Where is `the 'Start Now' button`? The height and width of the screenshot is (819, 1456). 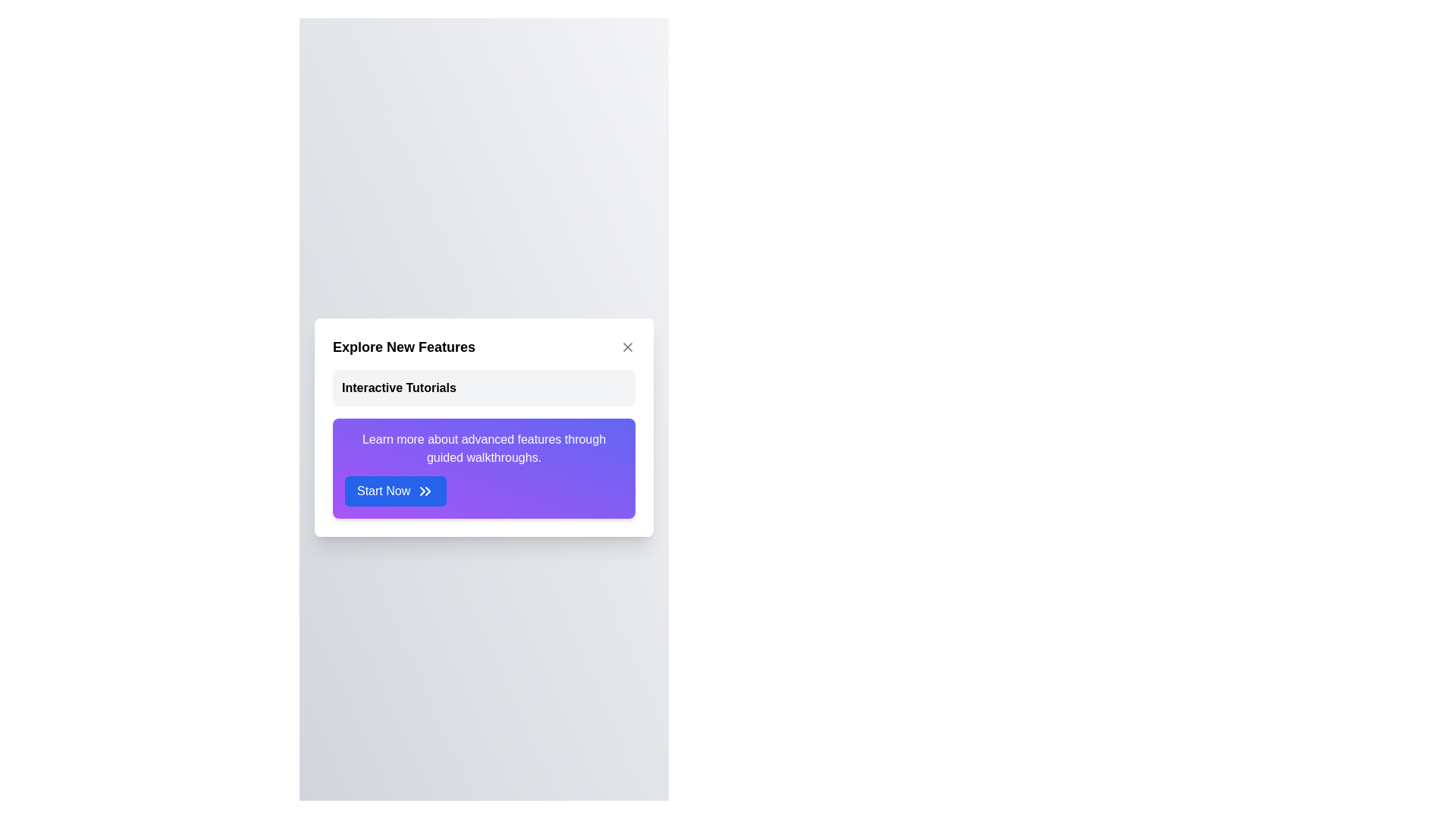 the 'Start Now' button is located at coordinates (425, 491).